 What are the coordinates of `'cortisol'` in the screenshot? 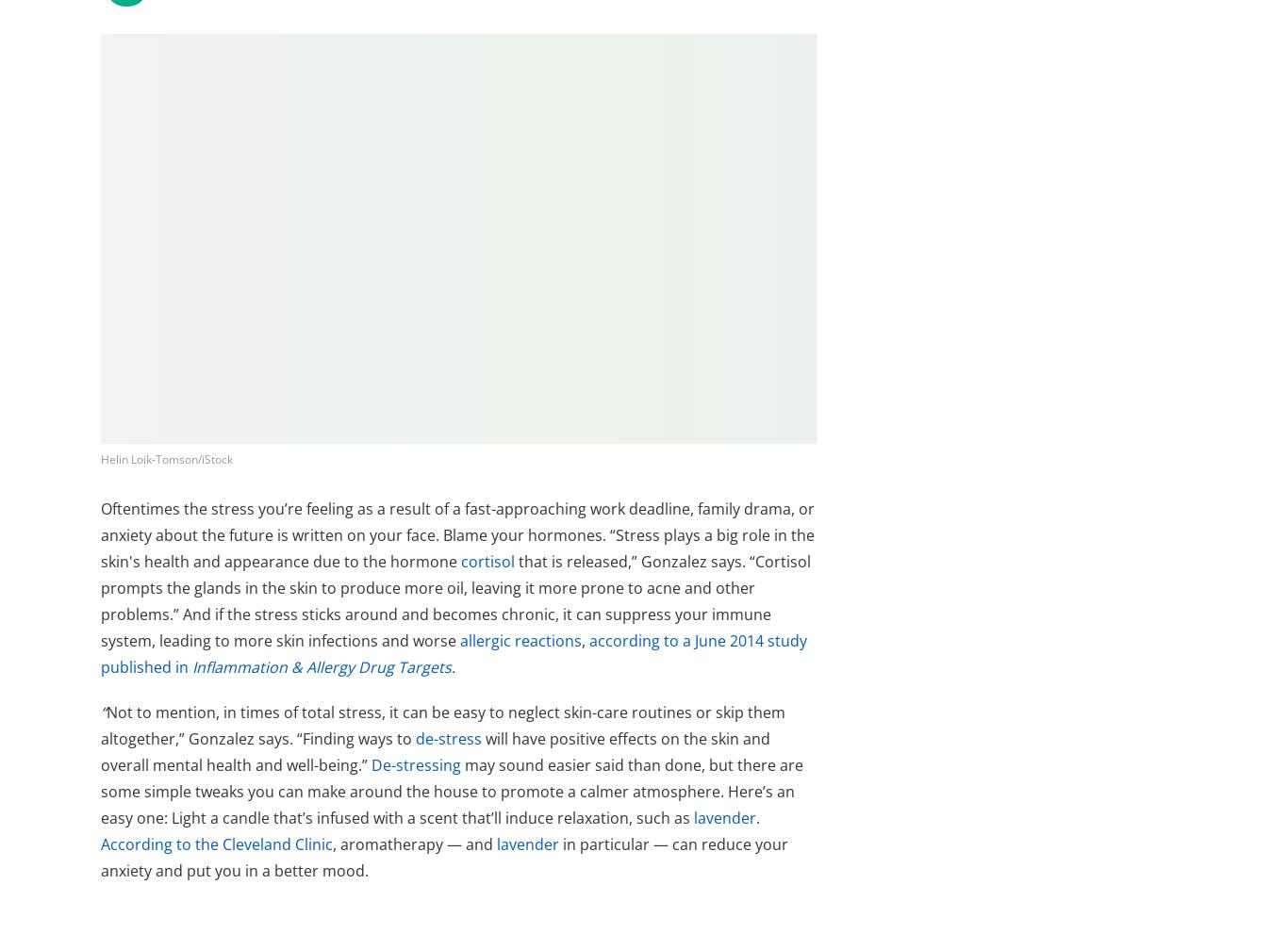 It's located at (487, 561).